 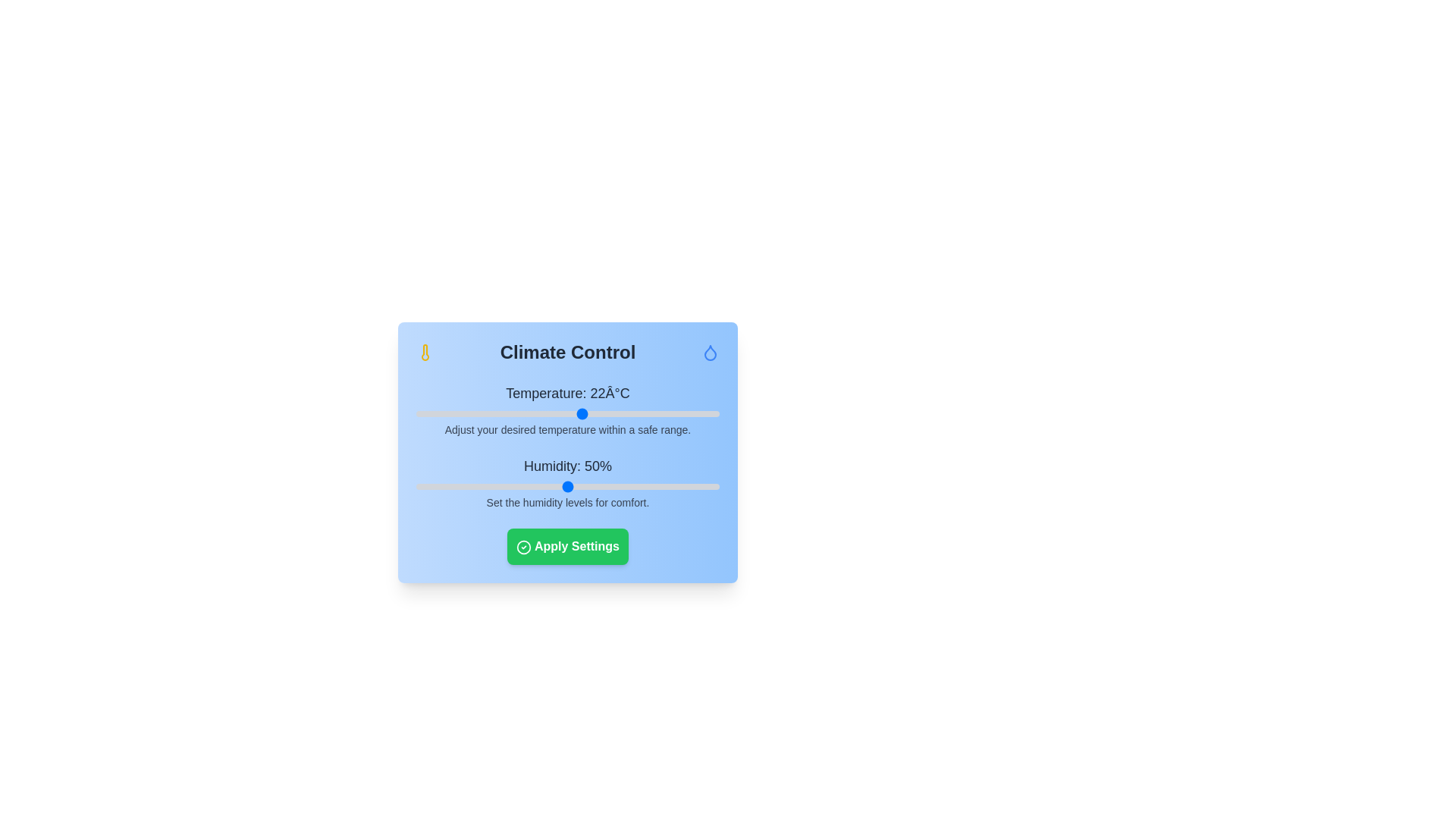 I want to click on the visual state of the circular icon with a check mark inside, which is styled with a green background and located to the left of the text 'Apply Settings' within the green button, so click(x=524, y=547).